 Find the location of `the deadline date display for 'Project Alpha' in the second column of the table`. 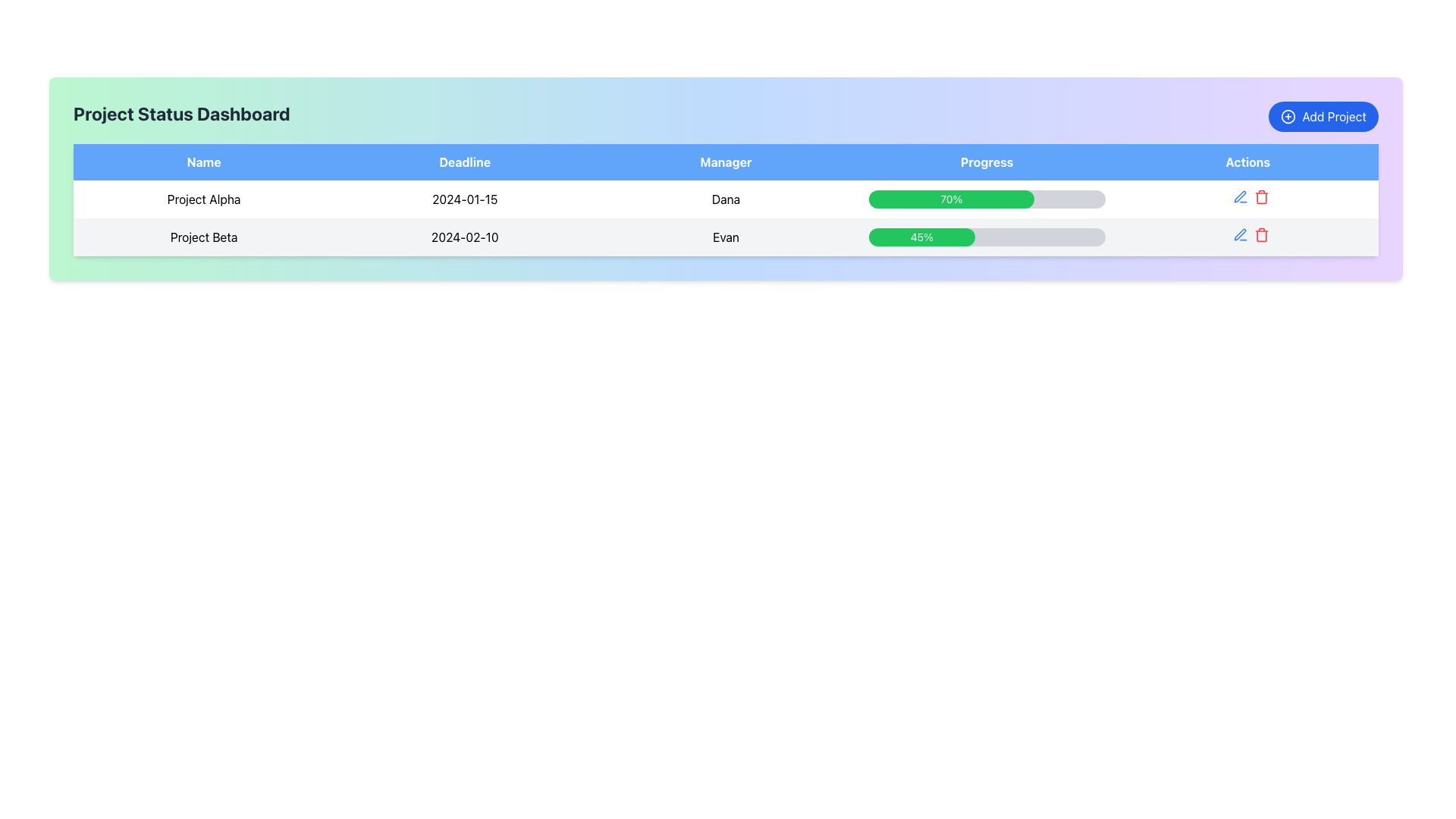

the deadline date display for 'Project Alpha' in the second column of the table is located at coordinates (464, 198).